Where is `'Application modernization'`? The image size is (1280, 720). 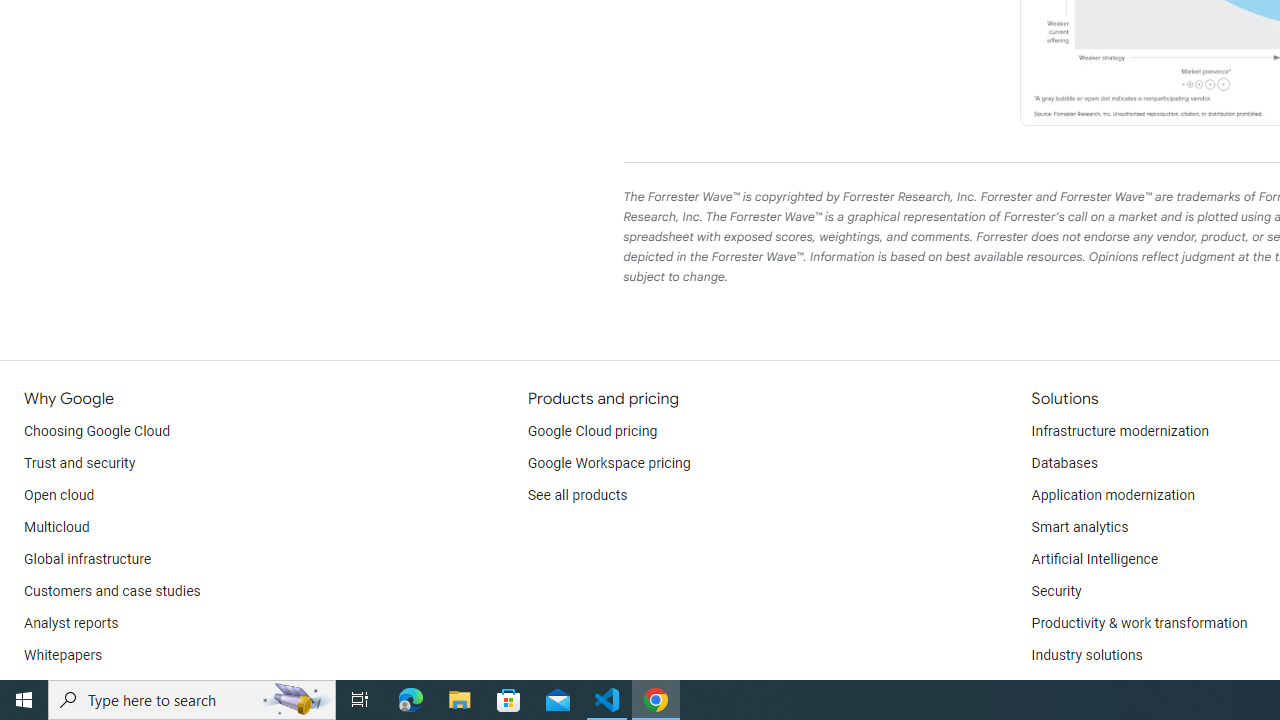 'Application modernization' is located at coordinates (1111, 495).